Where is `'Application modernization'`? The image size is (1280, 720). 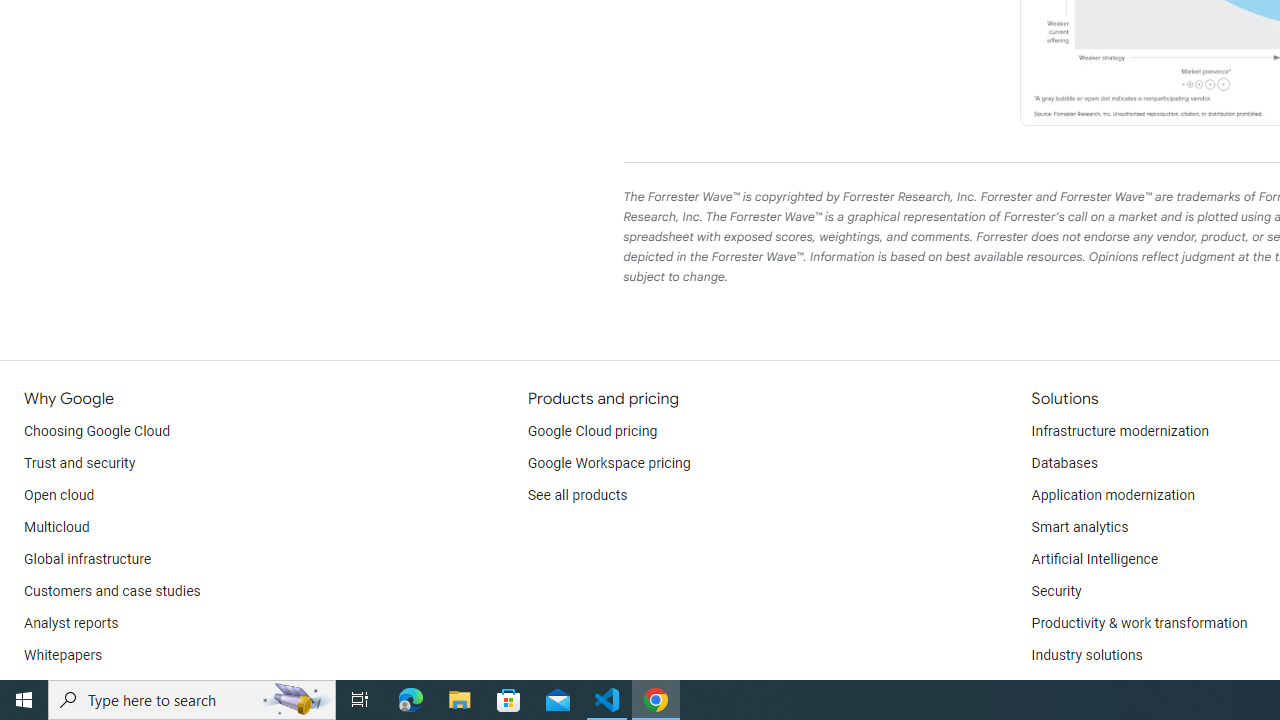 'Application modernization' is located at coordinates (1111, 495).